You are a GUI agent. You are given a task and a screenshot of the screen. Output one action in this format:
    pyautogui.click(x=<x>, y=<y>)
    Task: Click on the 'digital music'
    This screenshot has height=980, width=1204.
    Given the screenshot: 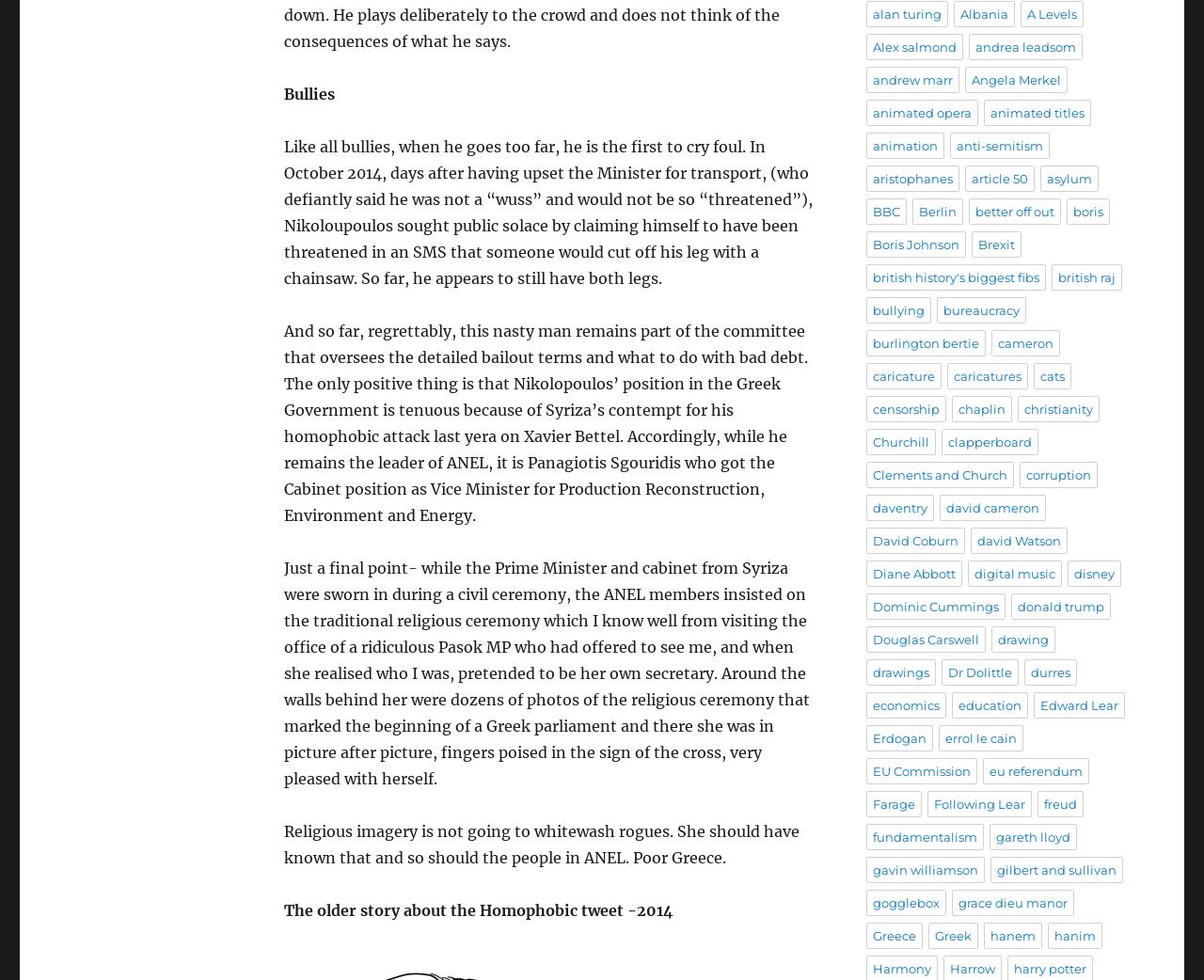 What is the action you would take?
    pyautogui.click(x=974, y=573)
    